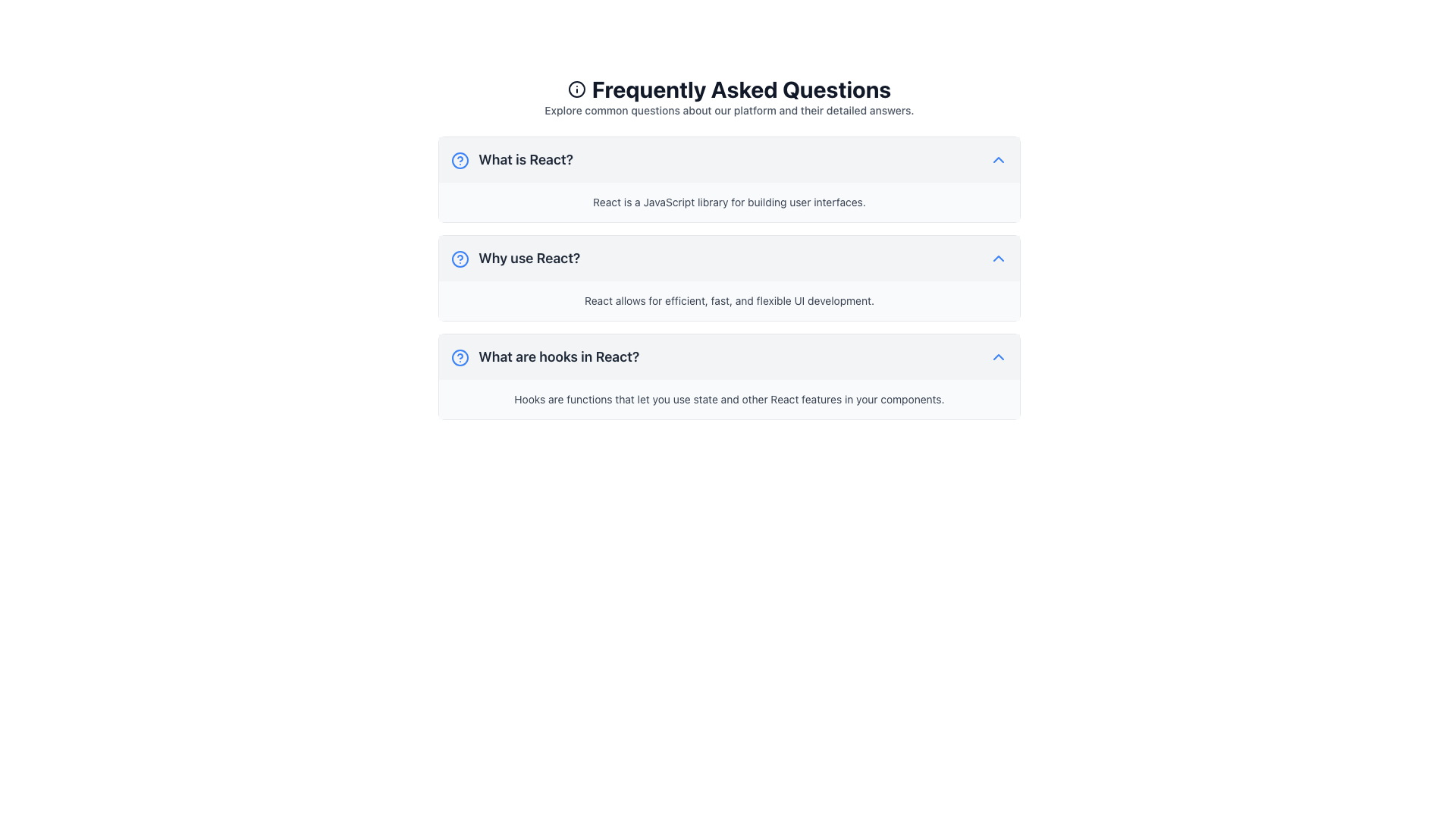  Describe the element at coordinates (576, 89) in the screenshot. I see `the icon that signifies additional information next to the 'Frequently Asked Questions' text in the heading section` at that location.